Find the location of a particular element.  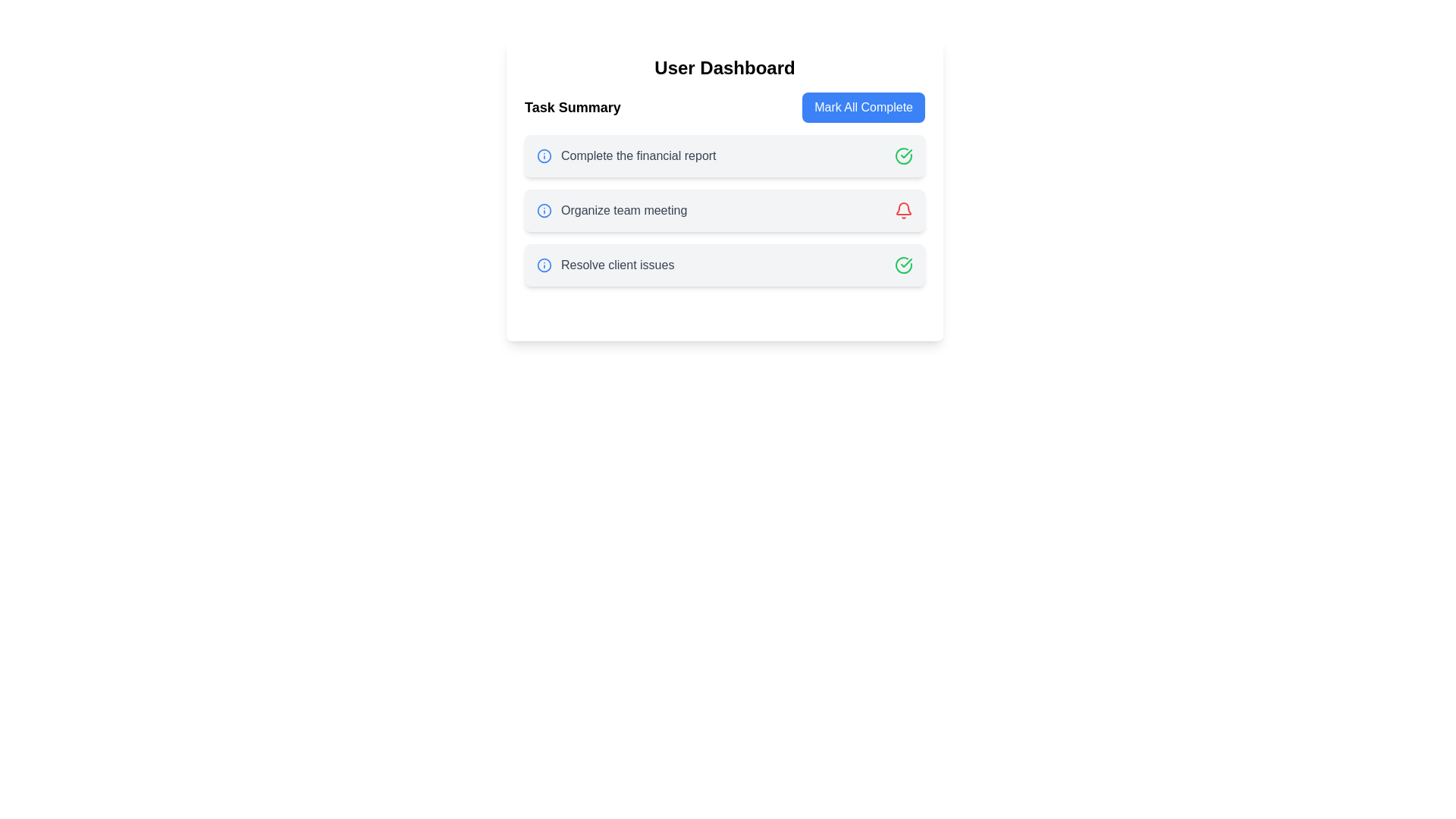

the SVG graphic element indicating 'Resolve client issues' in the task list panel for accessibility features is located at coordinates (544, 265).